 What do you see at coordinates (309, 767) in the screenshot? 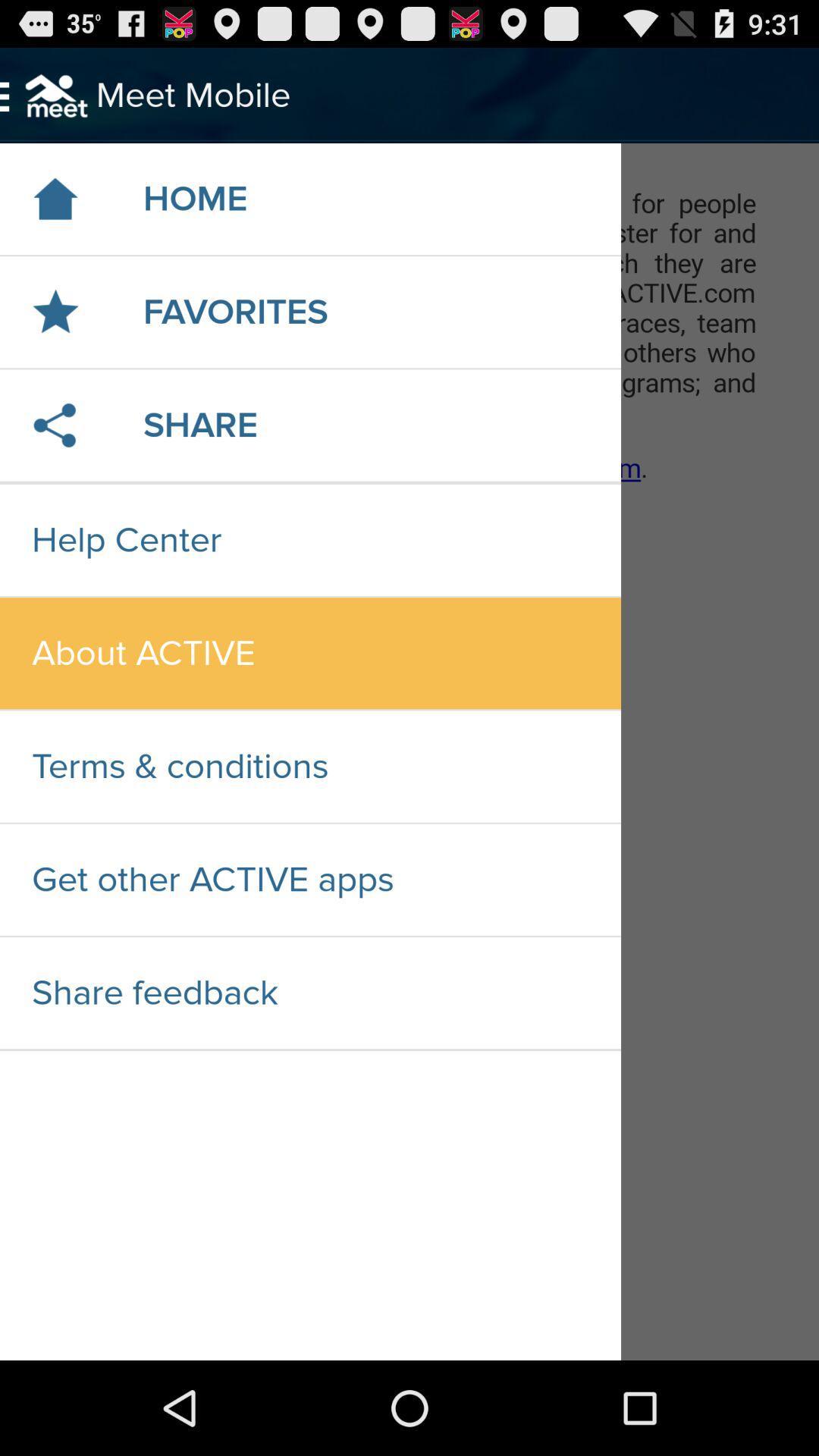
I see `terms & conditions` at bounding box center [309, 767].